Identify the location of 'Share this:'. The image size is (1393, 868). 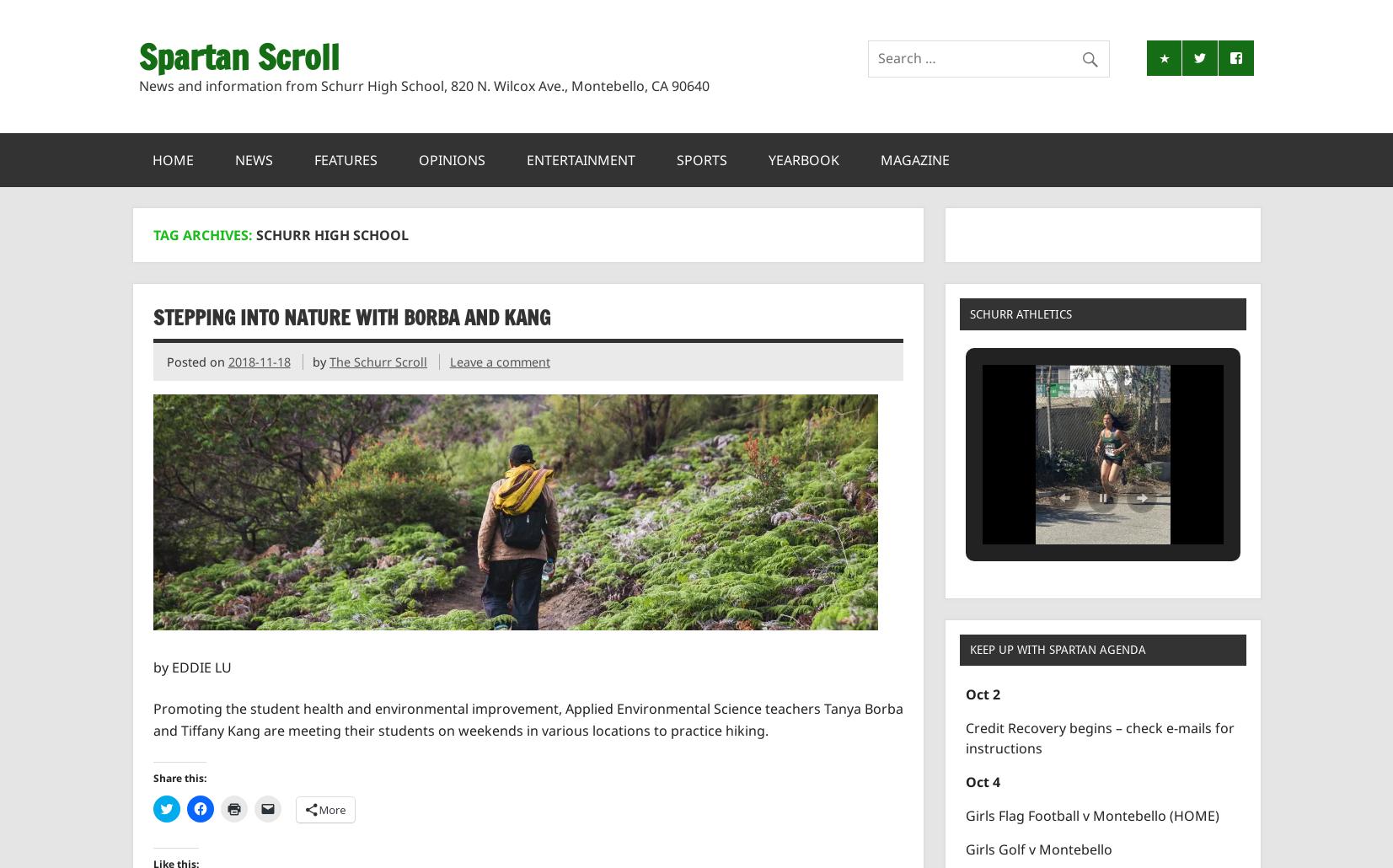
(178, 778).